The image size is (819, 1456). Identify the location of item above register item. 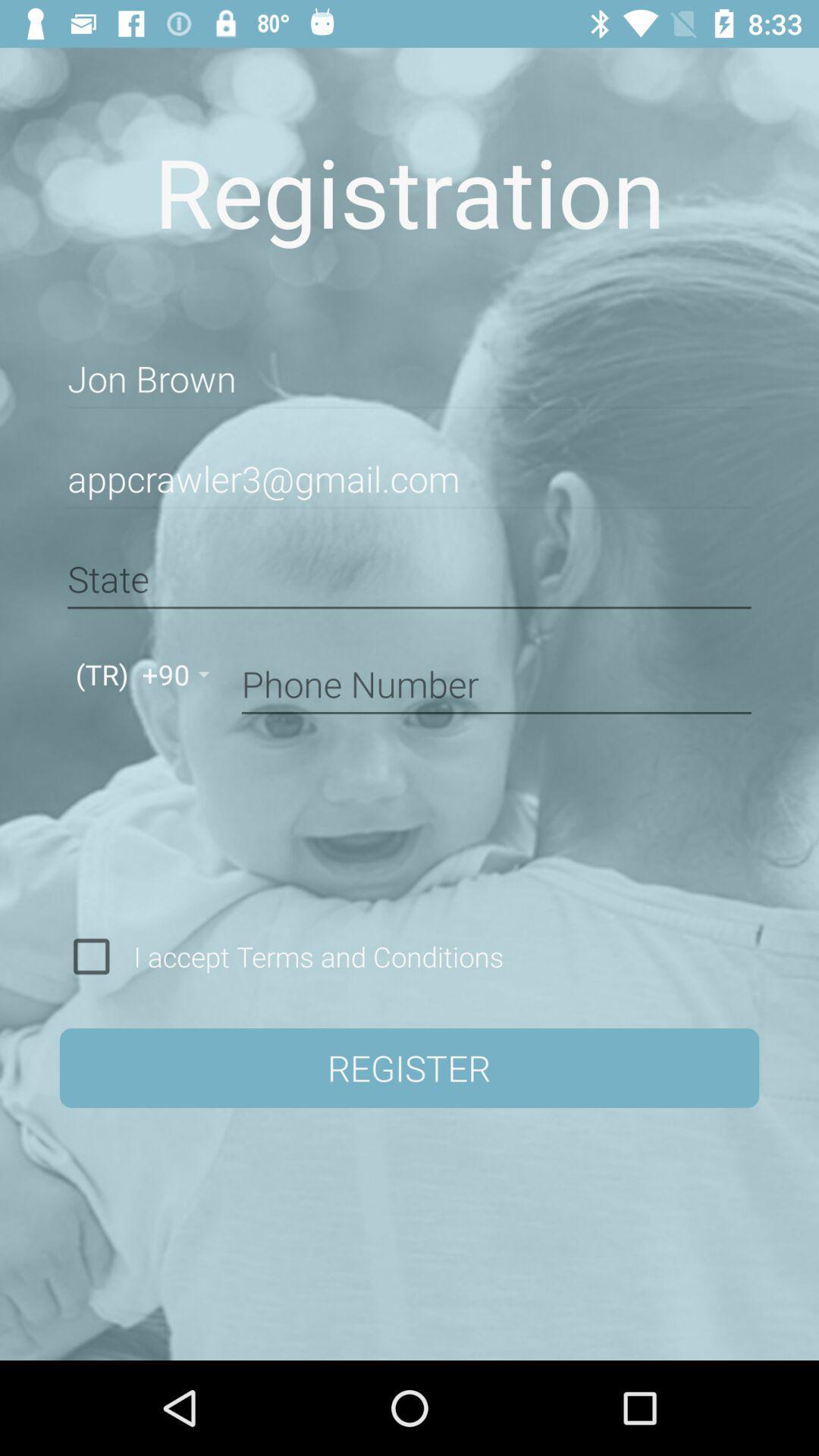
(312, 955).